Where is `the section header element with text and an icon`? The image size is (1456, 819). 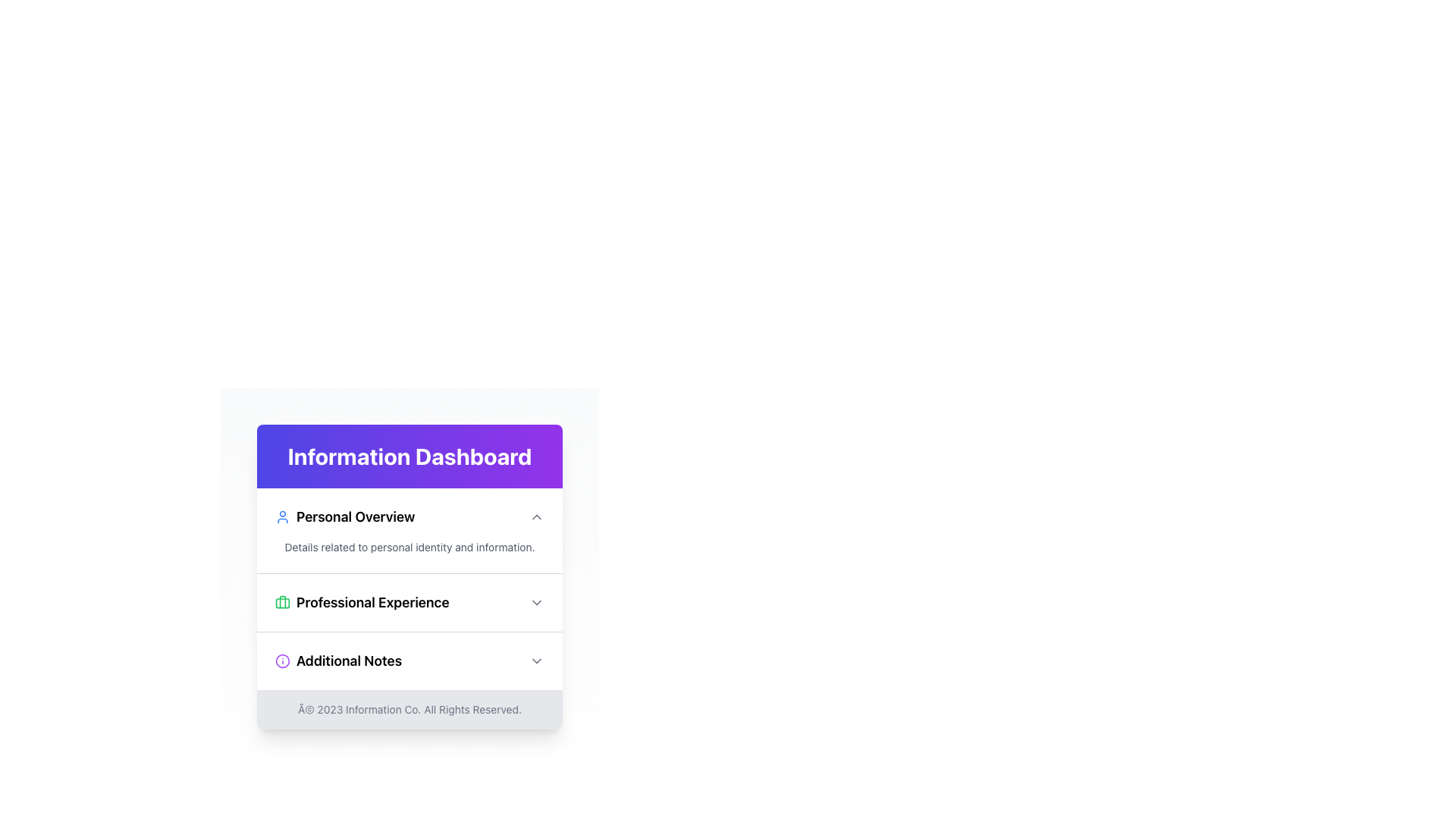
the section header element with text and an icon is located at coordinates (344, 516).